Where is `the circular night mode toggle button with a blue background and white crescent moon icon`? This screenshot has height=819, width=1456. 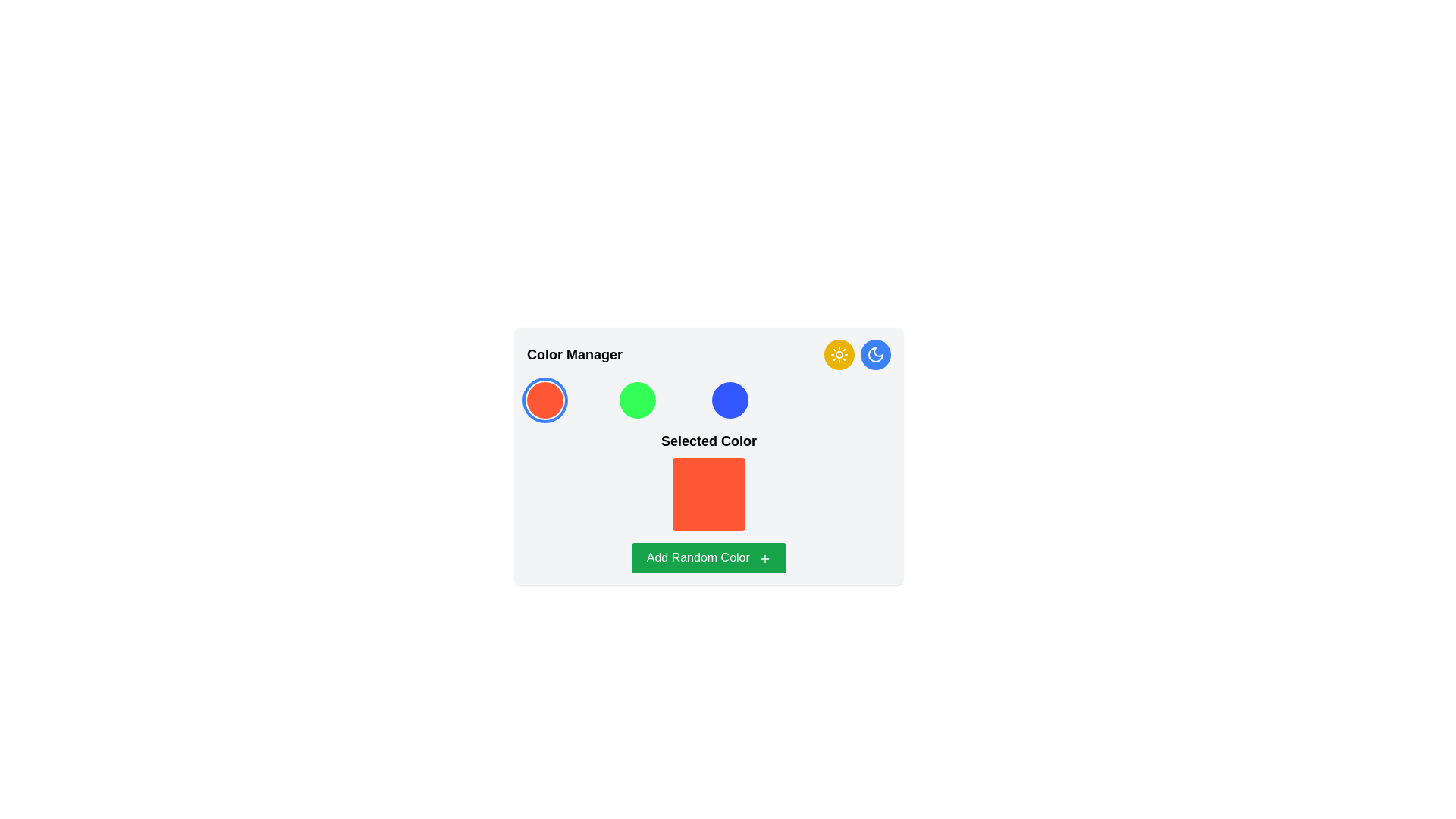
the circular night mode toggle button with a blue background and white crescent moon icon is located at coordinates (876, 354).